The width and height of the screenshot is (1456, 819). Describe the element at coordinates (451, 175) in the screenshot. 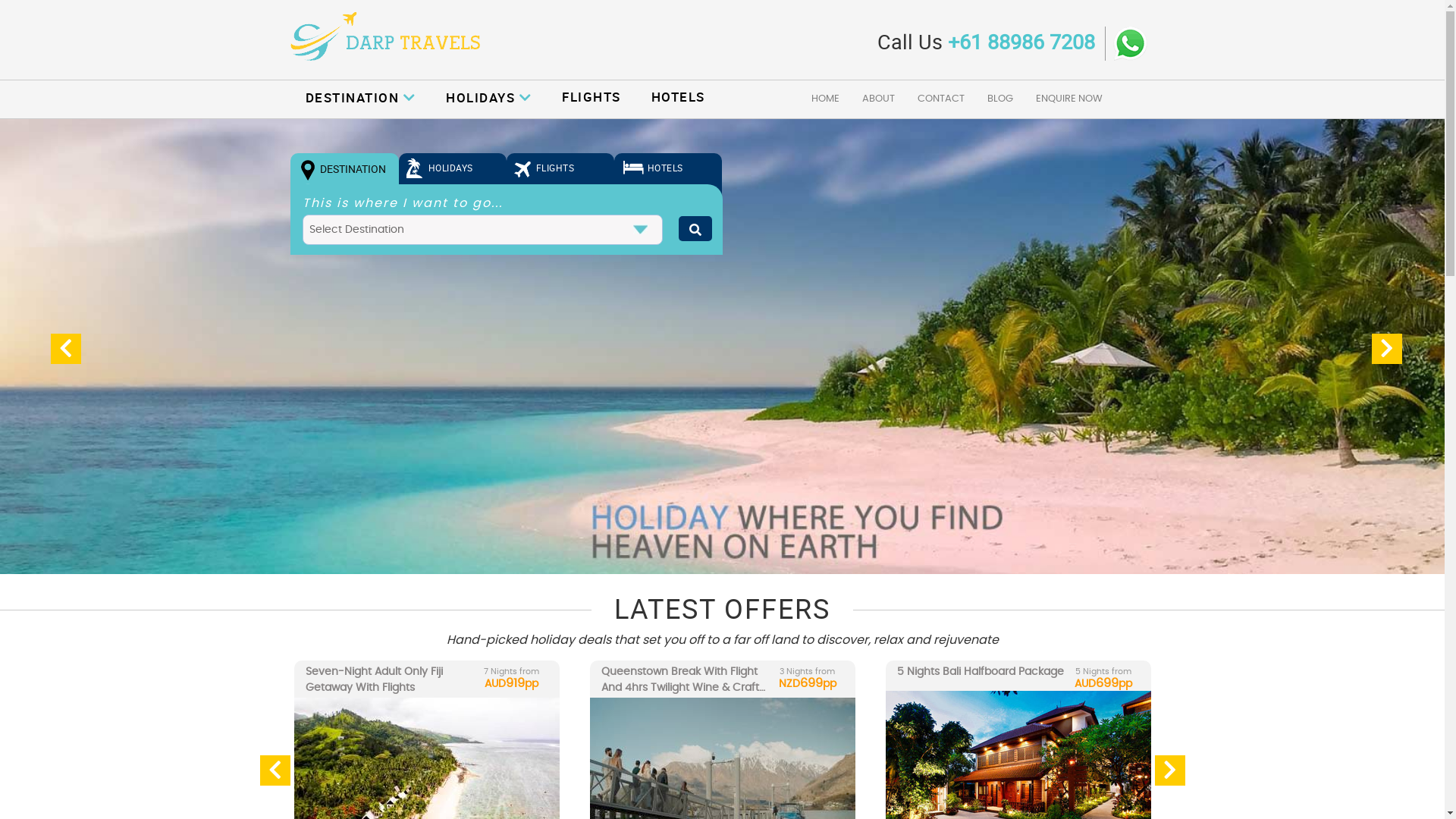

I see `'HOLIDAYS'` at that location.